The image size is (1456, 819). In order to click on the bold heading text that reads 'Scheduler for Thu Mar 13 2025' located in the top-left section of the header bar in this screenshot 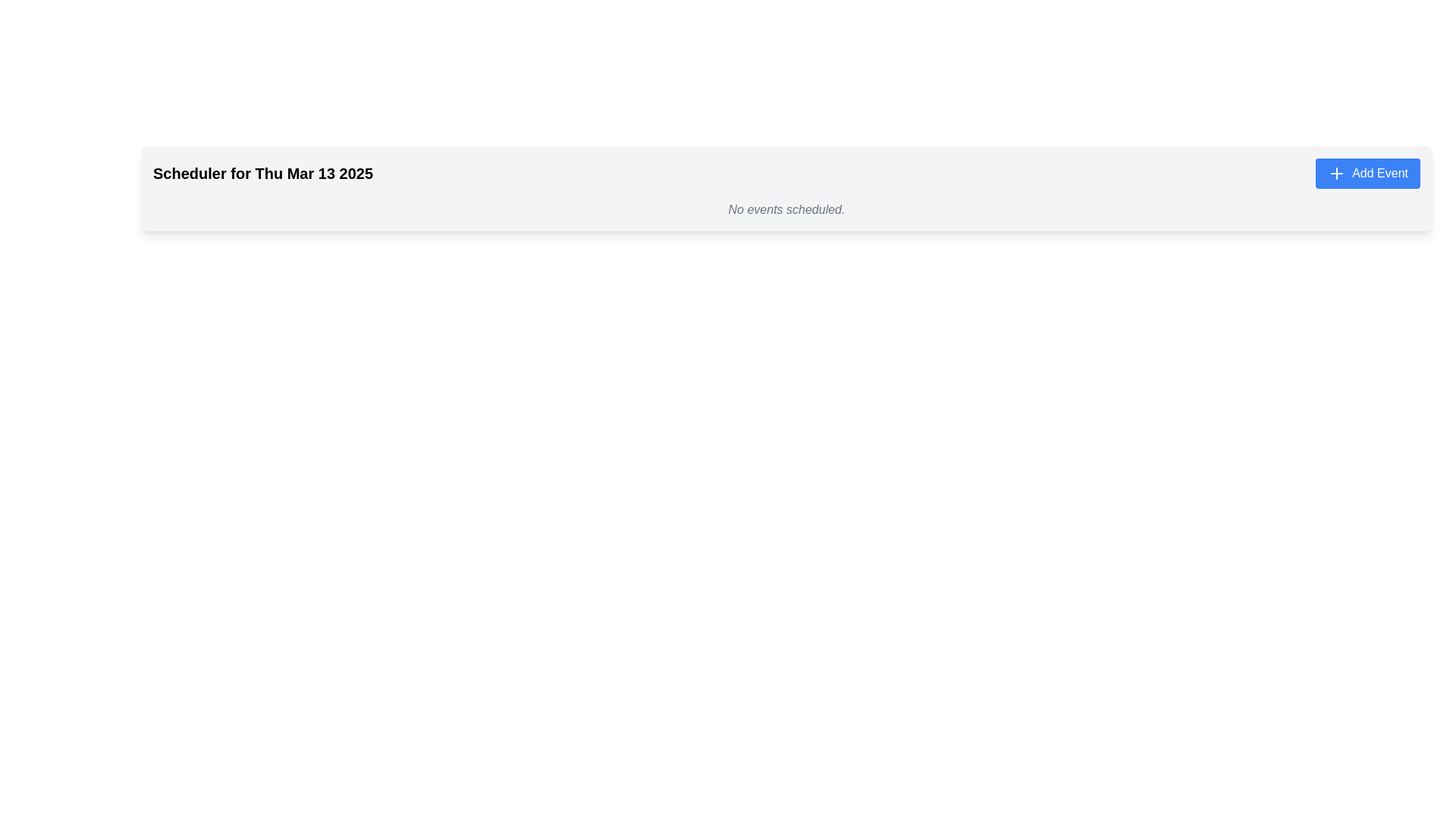, I will do `click(263, 172)`.